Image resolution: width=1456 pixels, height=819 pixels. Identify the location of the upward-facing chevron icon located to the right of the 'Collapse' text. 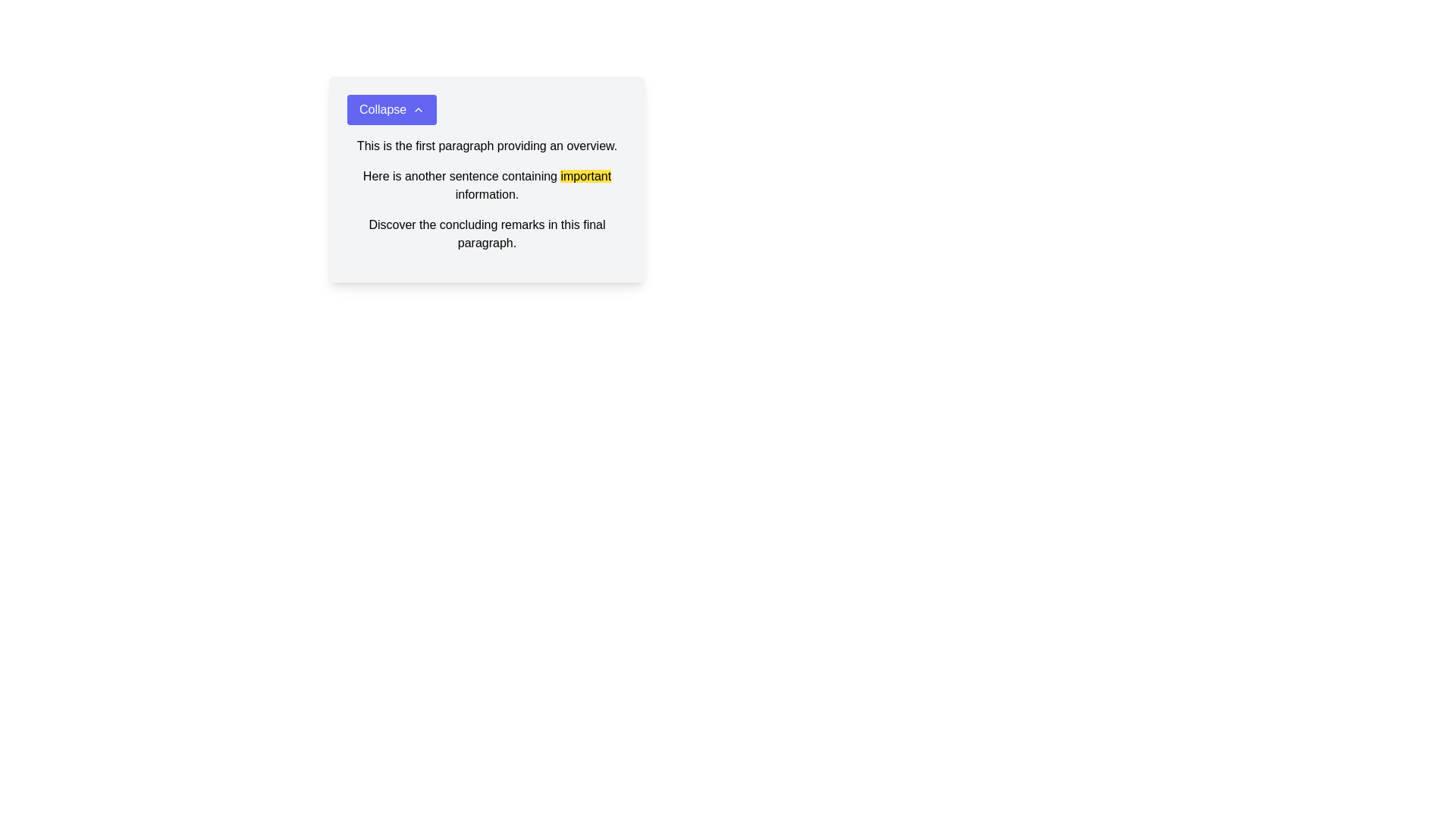
(419, 109).